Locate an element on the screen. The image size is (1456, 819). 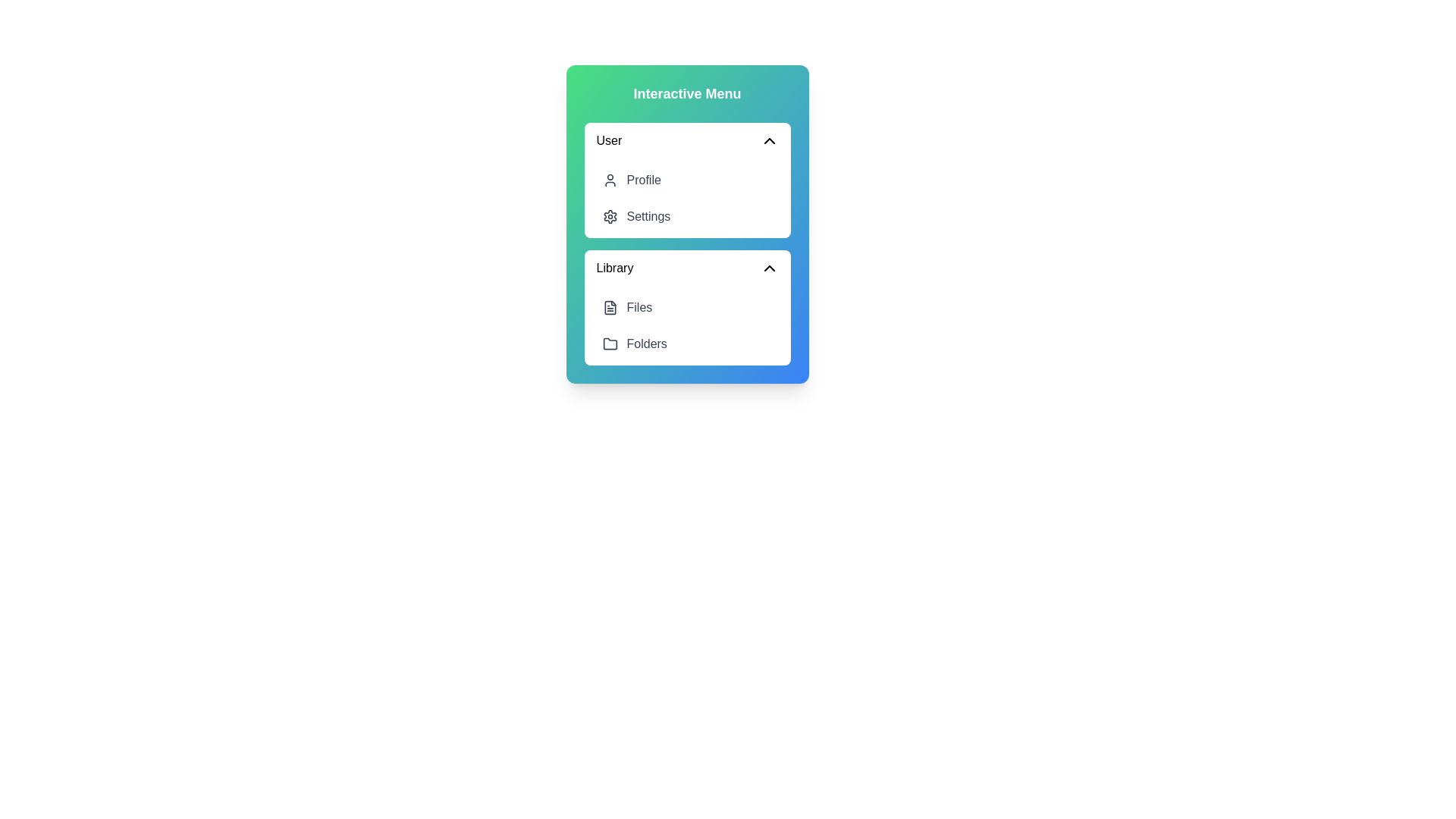
the menu item Settings to observe its hover style is located at coordinates (686, 216).